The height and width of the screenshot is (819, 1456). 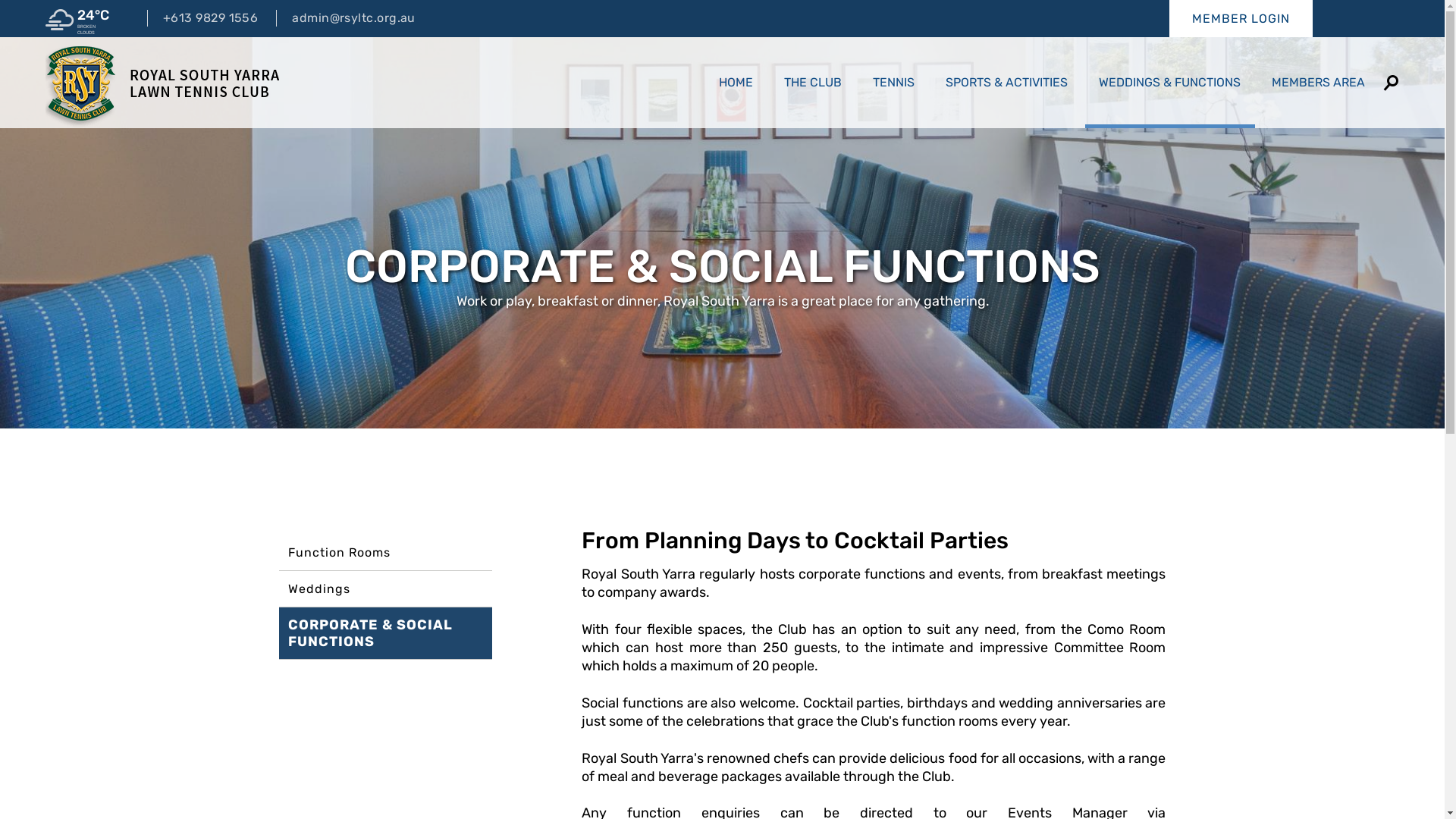 I want to click on 'TENNIS', so click(x=893, y=82).